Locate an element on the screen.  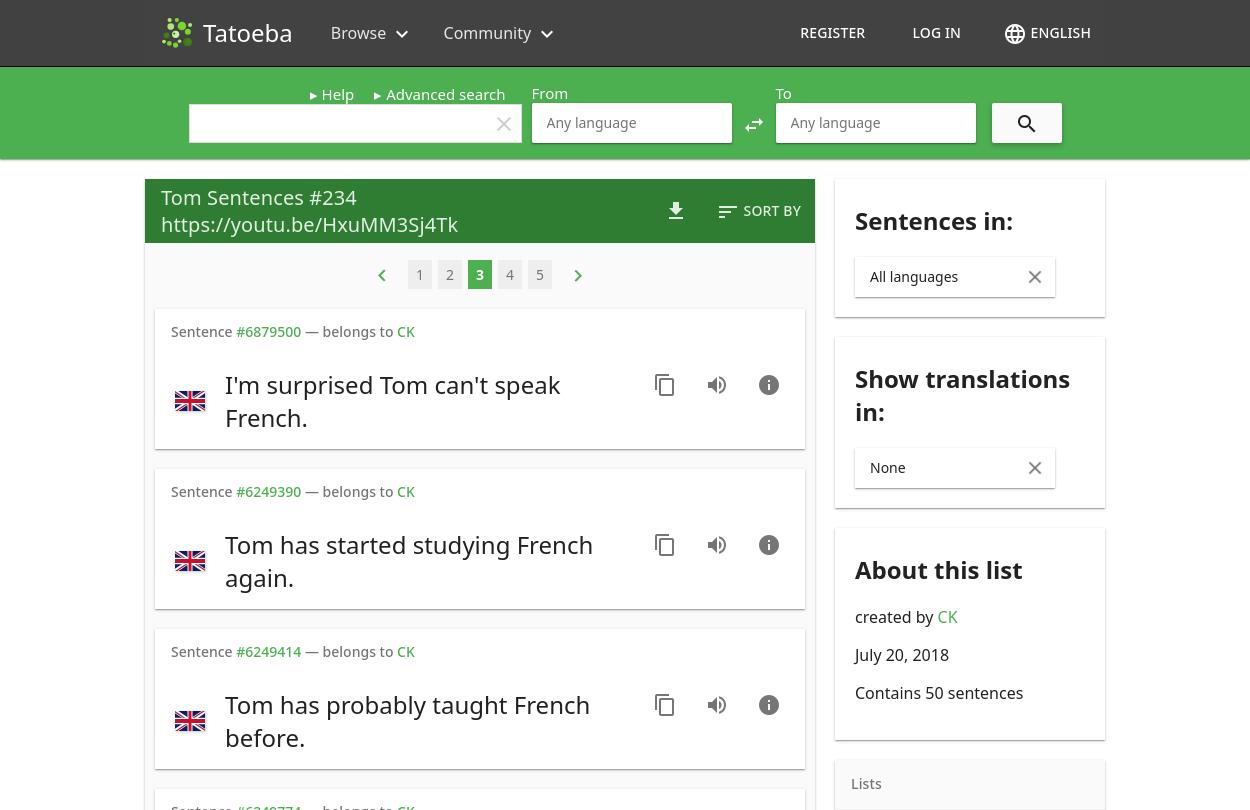
'#6249390' is located at coordinates (268, 491).